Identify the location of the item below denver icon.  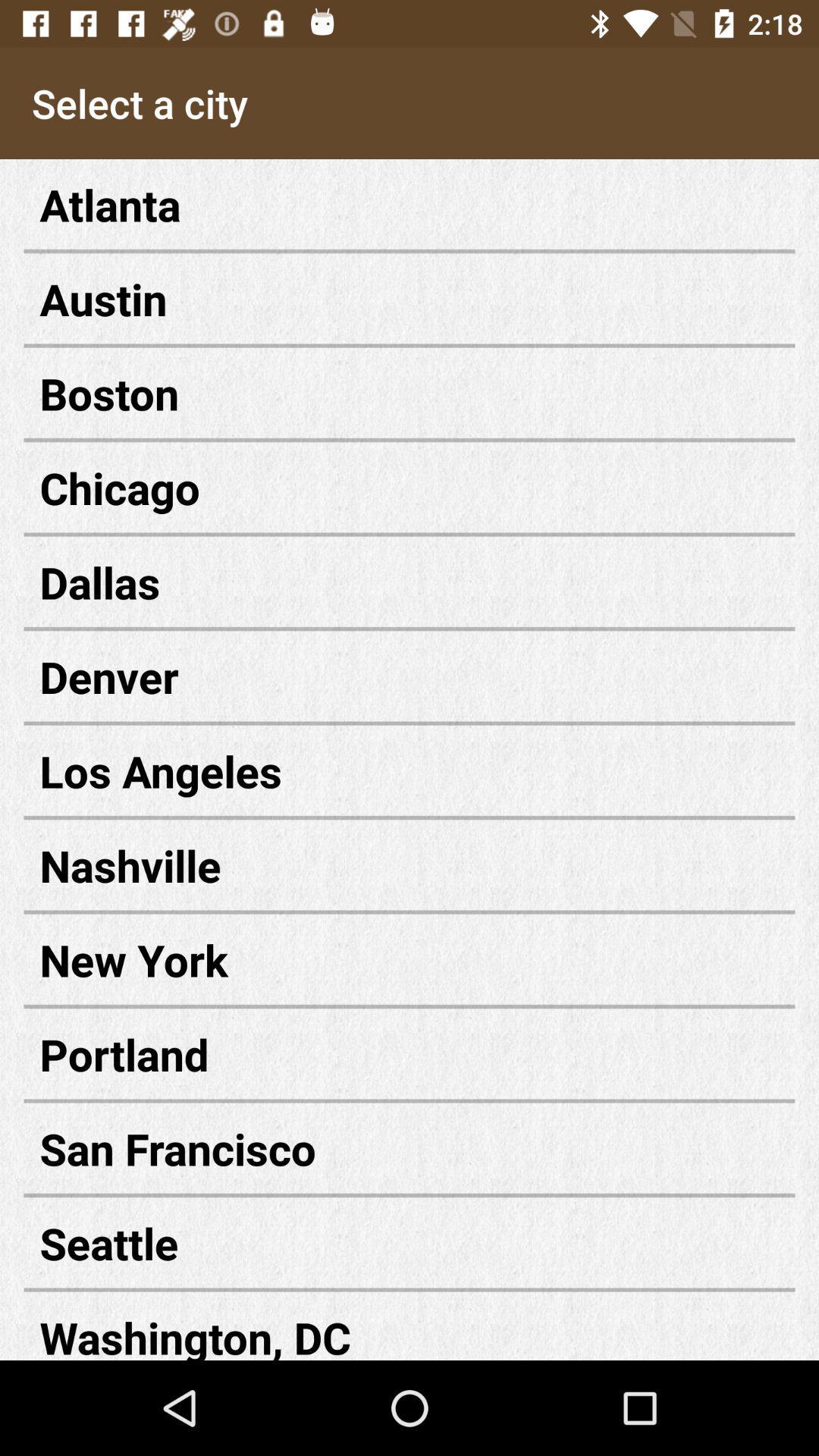
(409, 770).